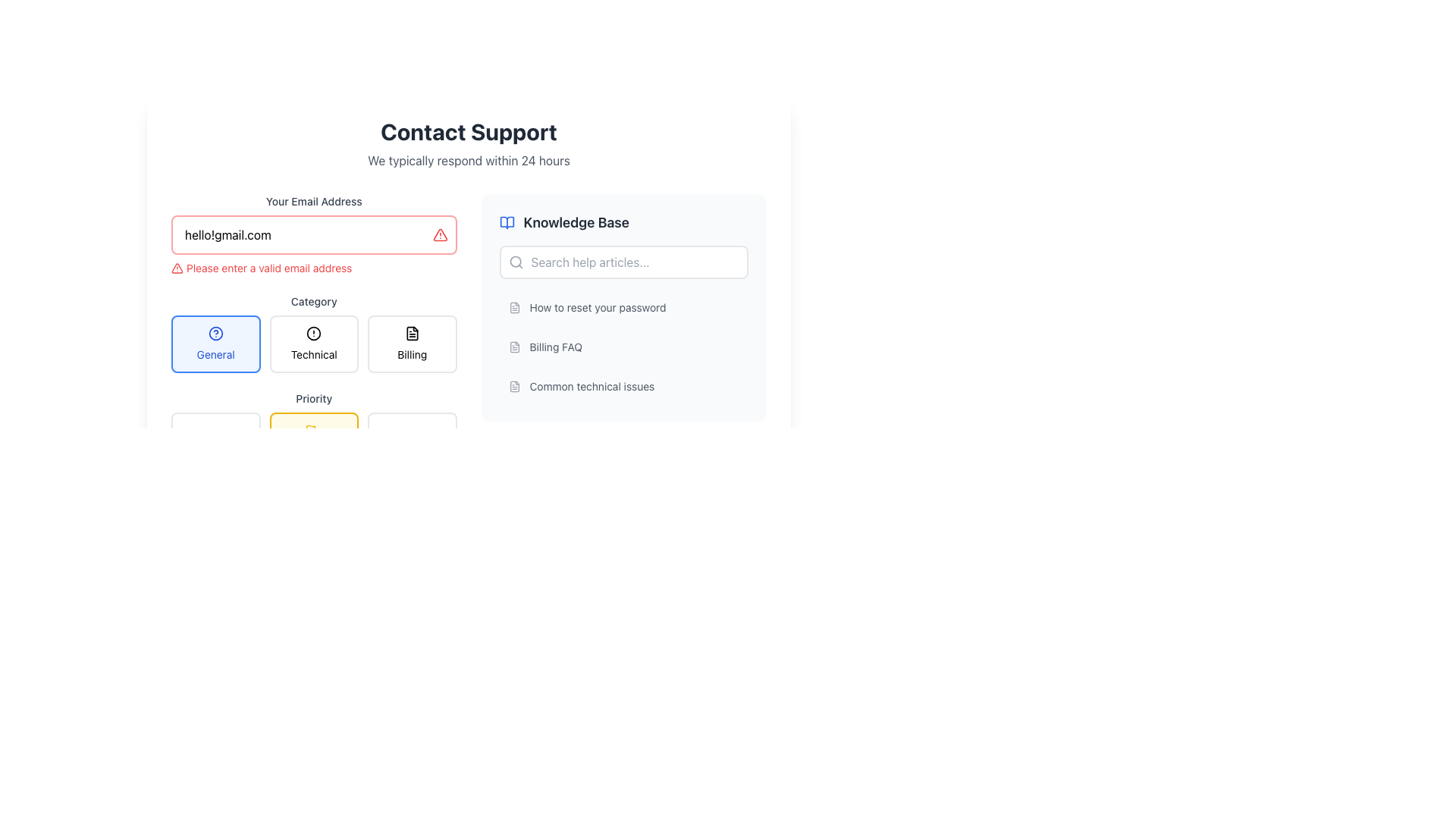  Describe the element at coordinates (313, 332) in the screenshot. I see `the 'Technical' button, which is the middle option under the 'Category' label` at that location.